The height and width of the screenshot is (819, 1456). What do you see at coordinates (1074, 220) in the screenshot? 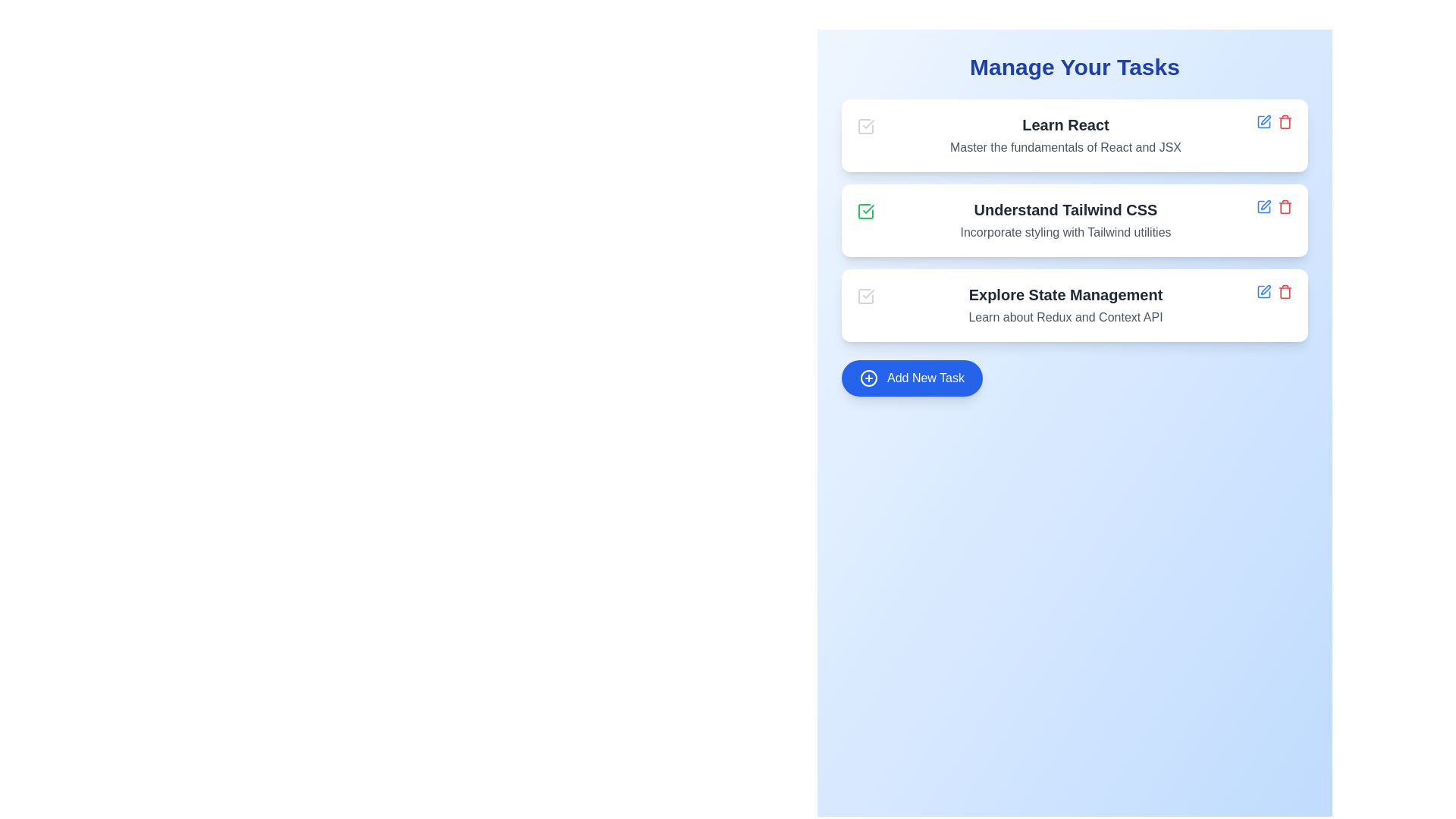
I see `the task title 'Understand Tailwind CSS'` at bounding box center [1074, 220].